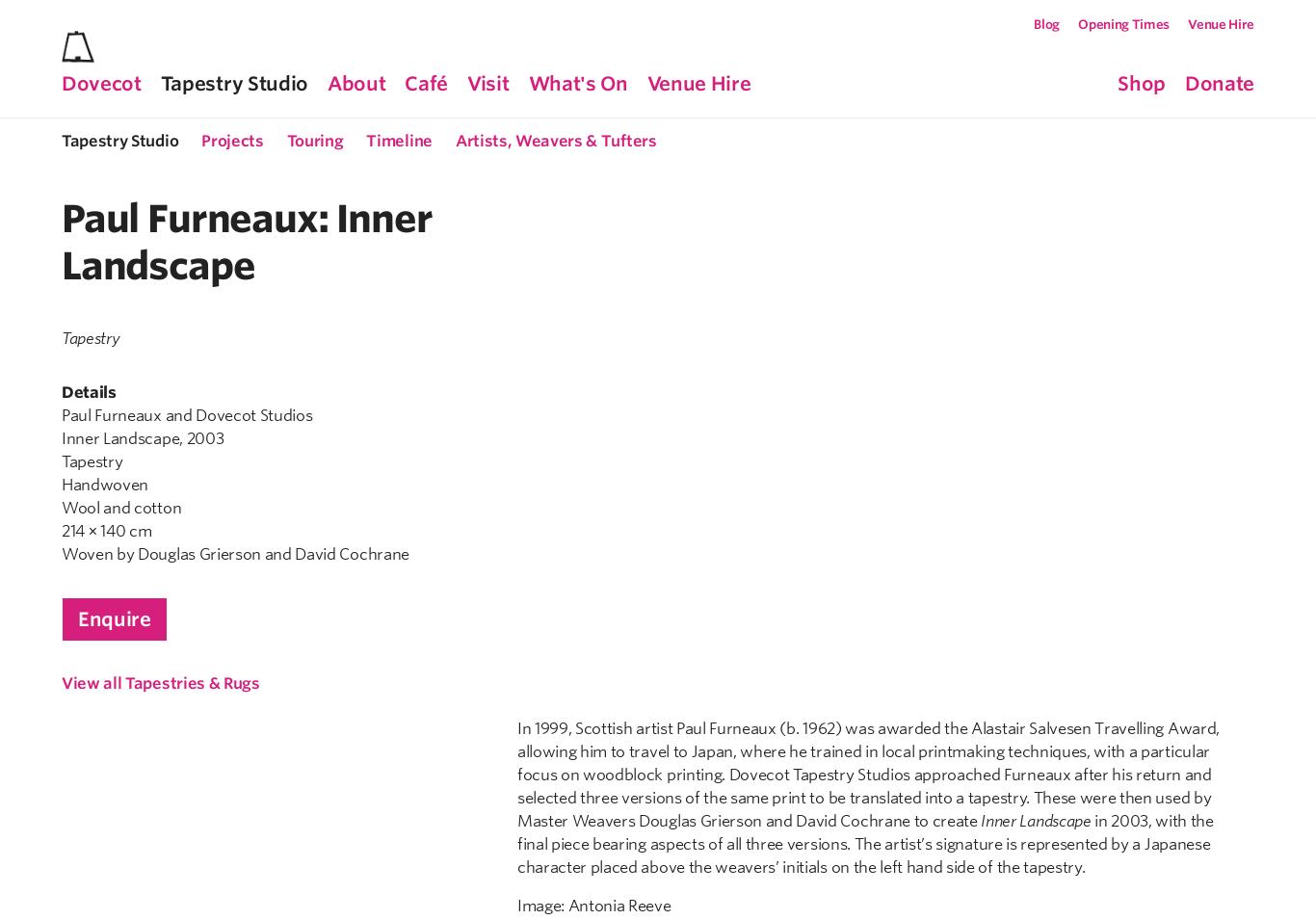 This screenshot has width=1316, height=920. What do you see at coordinates (516, 102) in the screenshot?
I see `'Image: Antonia Reeve'` at bounding box center [516, 102].